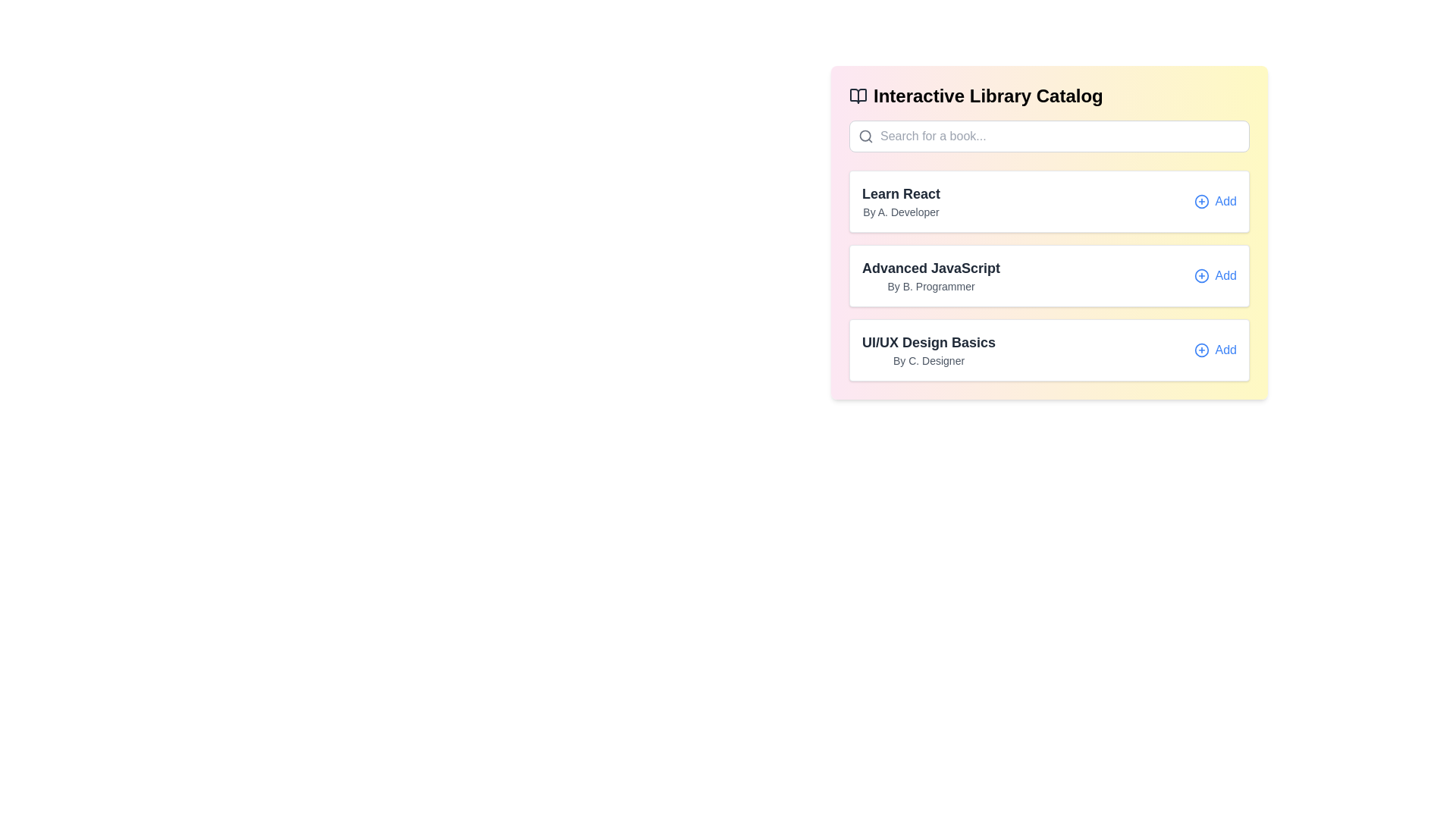  What do you see at coordinates (1215, 201) in the screenshot?
I see `the 'Add' button` at bounding box center [1215, 201].